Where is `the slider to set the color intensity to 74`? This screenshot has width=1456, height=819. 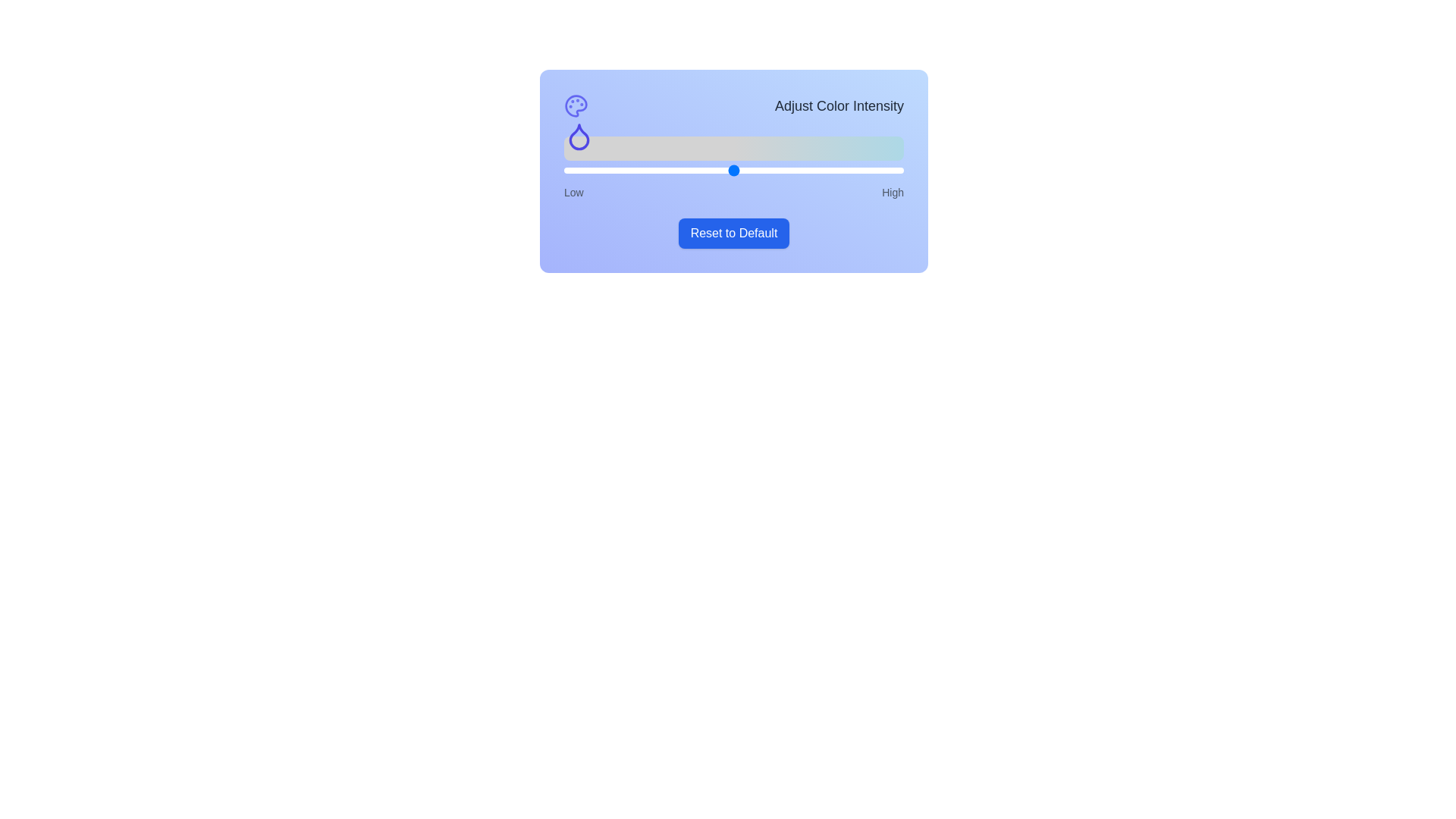
the slider to set the color intensity to 74 is located at coordinates (814, 170).